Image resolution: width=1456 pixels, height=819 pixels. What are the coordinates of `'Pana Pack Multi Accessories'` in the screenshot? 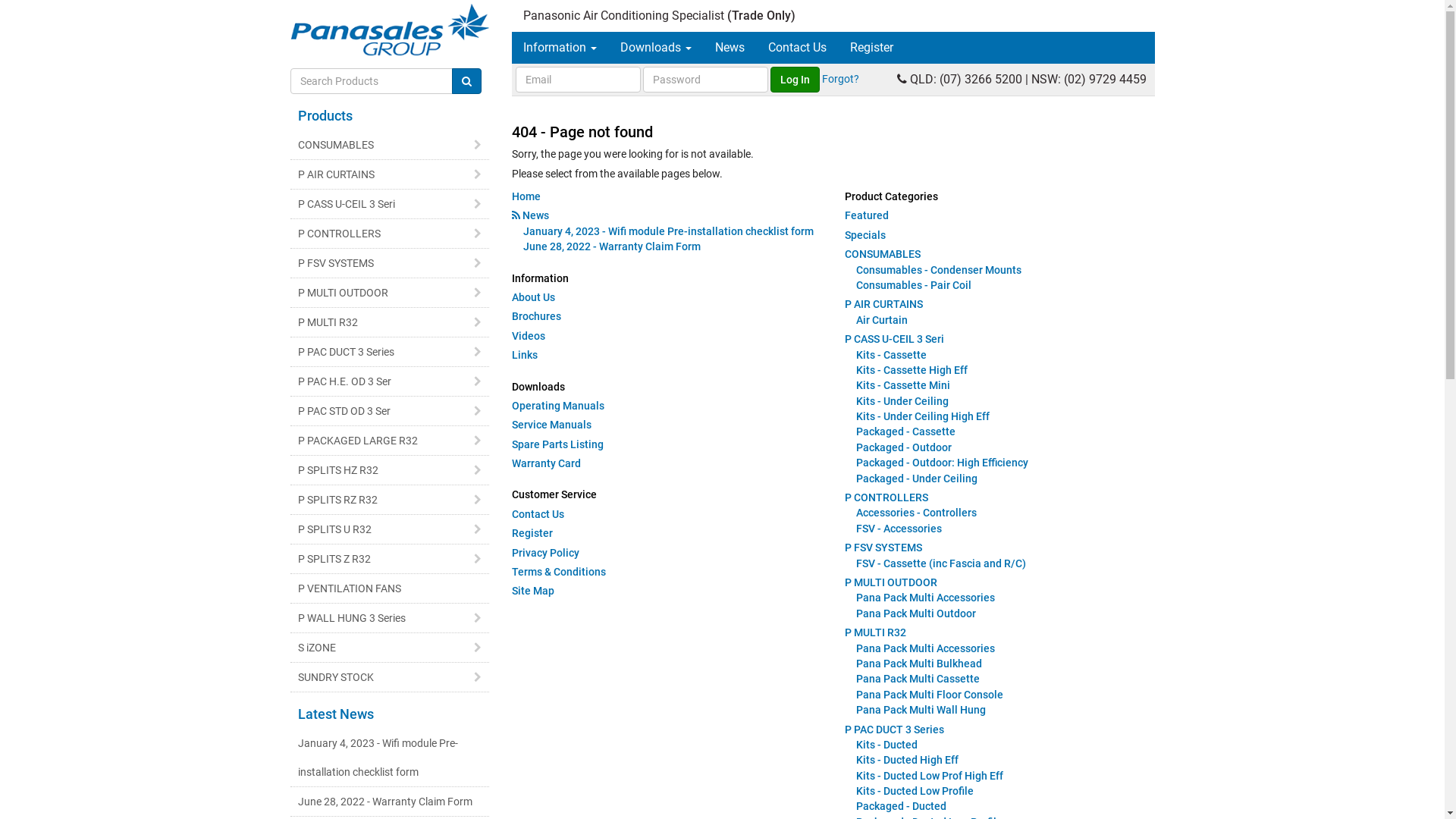 It's located at (924, 648).